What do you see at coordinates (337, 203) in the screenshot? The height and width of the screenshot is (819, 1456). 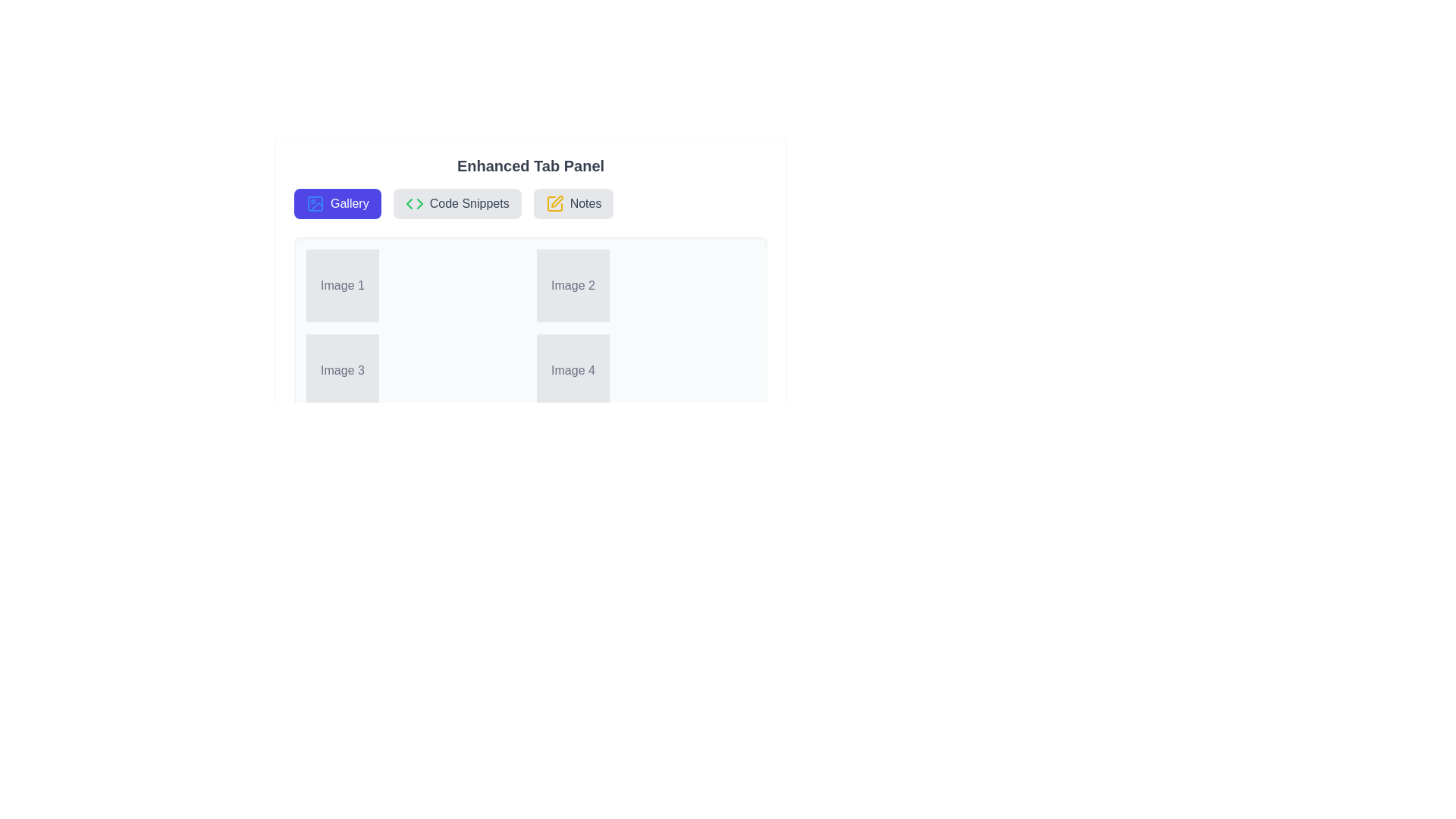 I see `the Gallery tab button to observe its hover effect` at bounding box center [337, 203].